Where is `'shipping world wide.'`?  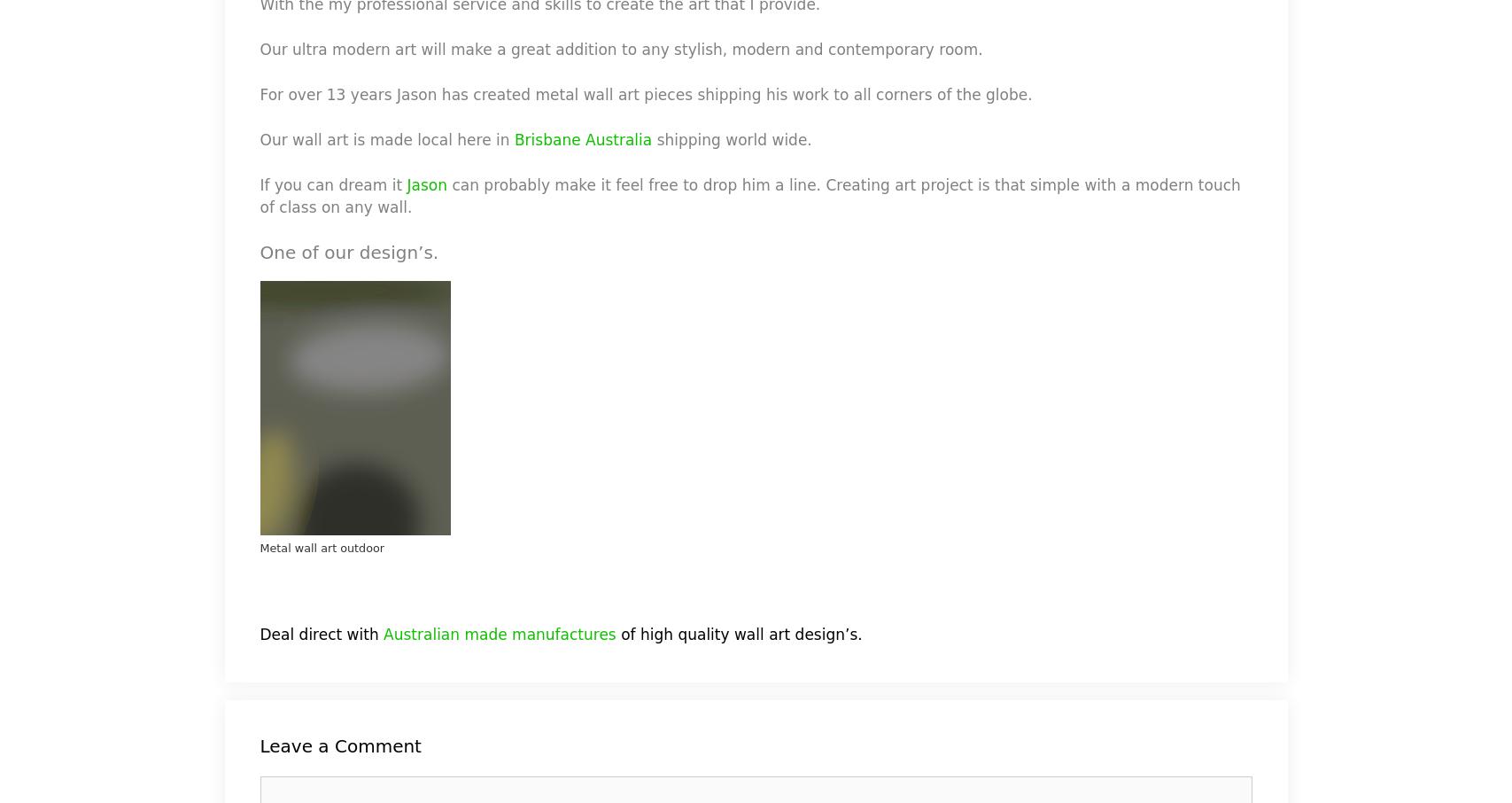
'shipping world wide.' is located at coordinates (732, 139).